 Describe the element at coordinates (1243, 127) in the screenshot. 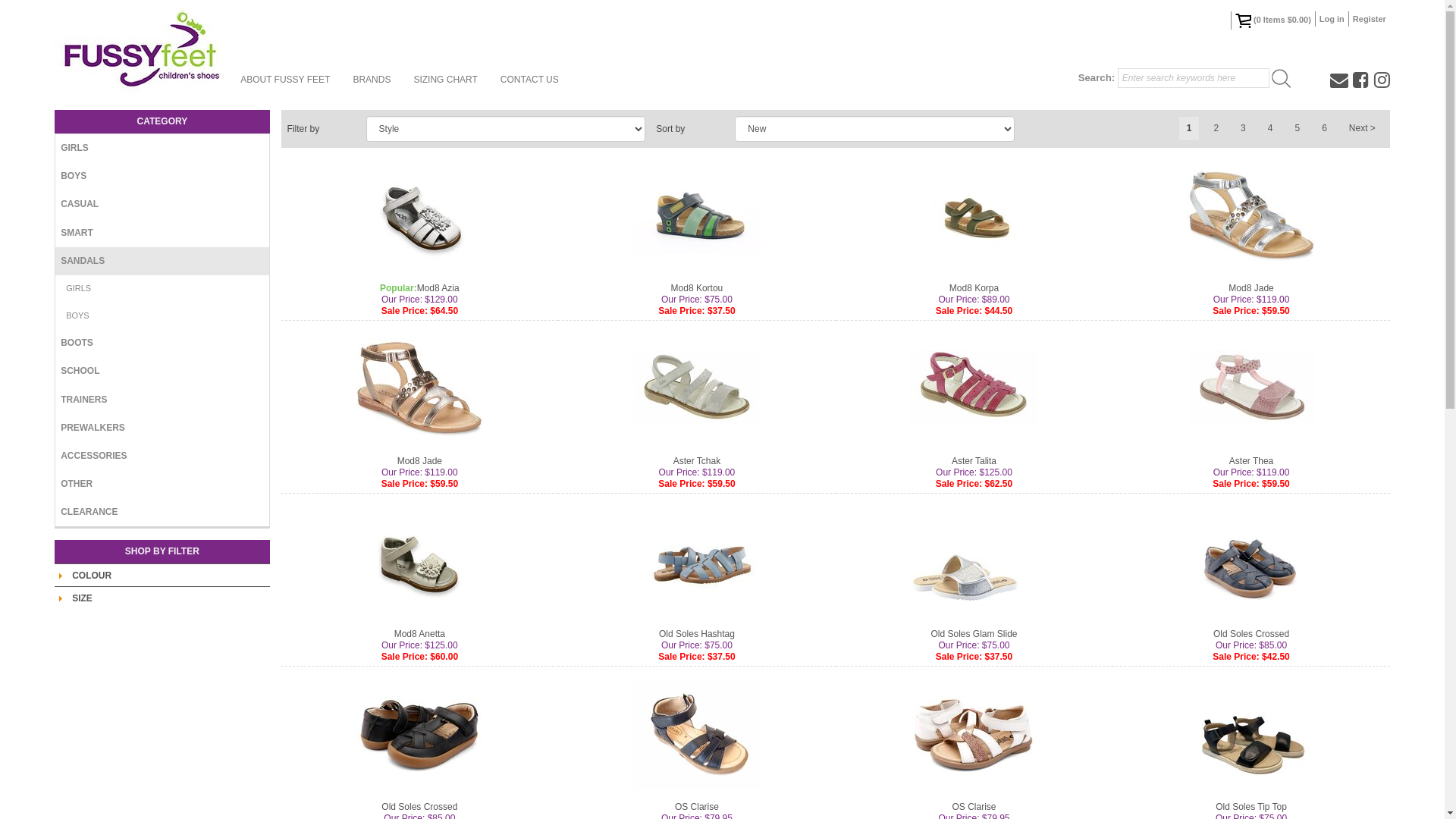

I see `'3'` at that location.